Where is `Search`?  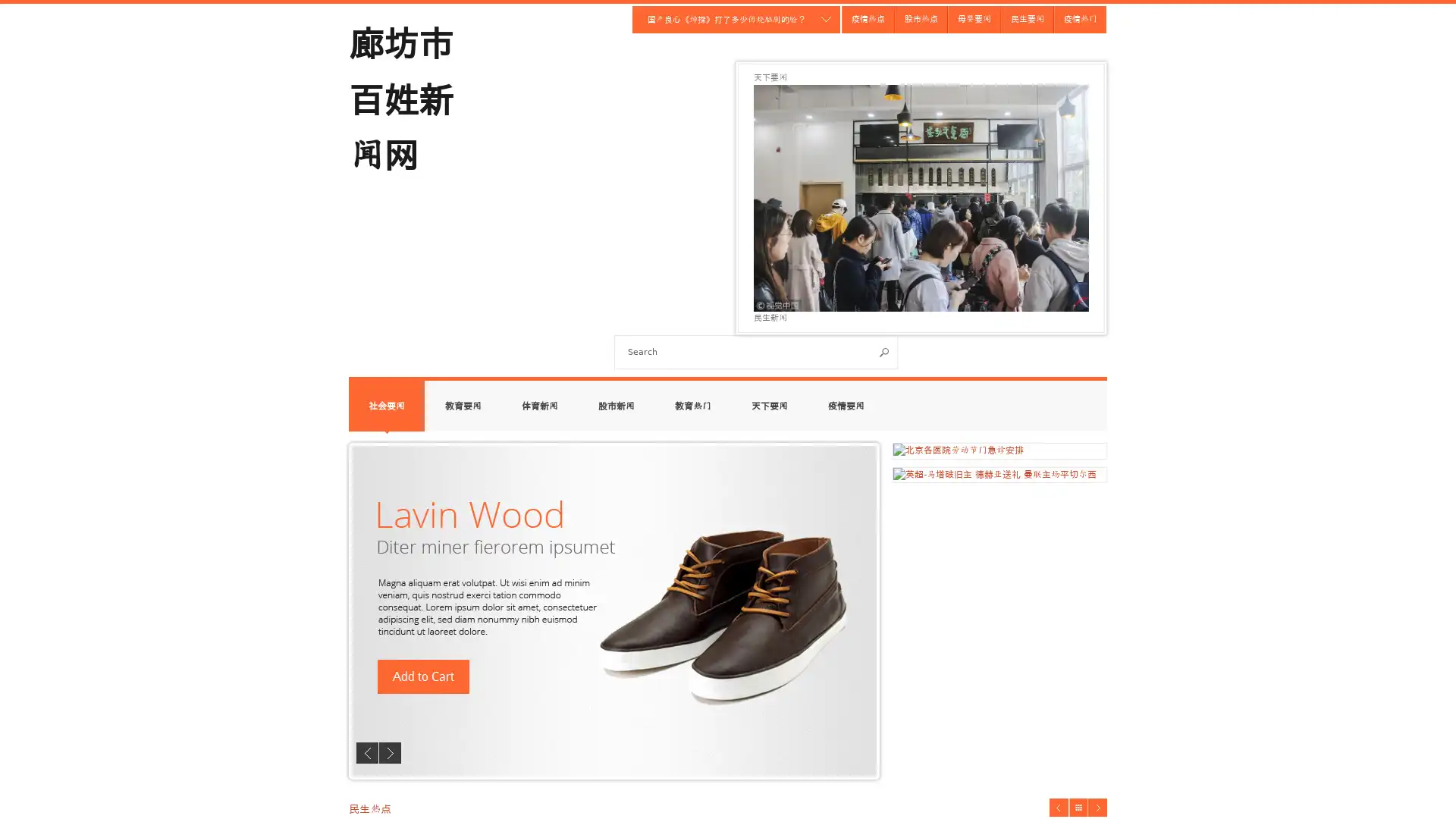
Search is located at coordinates (884, 352).